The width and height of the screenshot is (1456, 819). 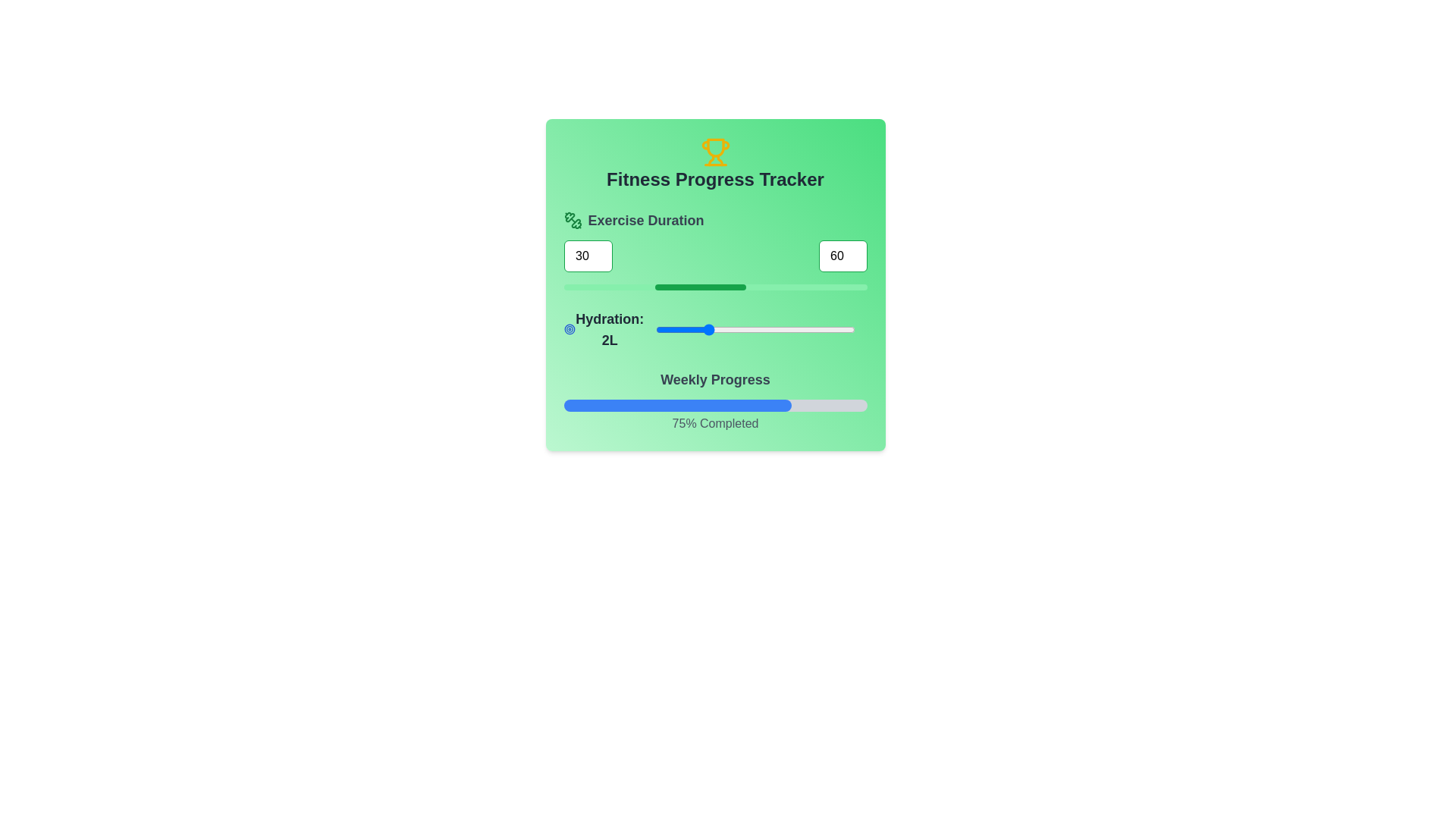 What do you see at coordinates (714, 329) in the screenshot?
I see `the slider's handle in the hydration section labeled 'Hydration: 2L' to reposition it` at bounding box center [714, 329].